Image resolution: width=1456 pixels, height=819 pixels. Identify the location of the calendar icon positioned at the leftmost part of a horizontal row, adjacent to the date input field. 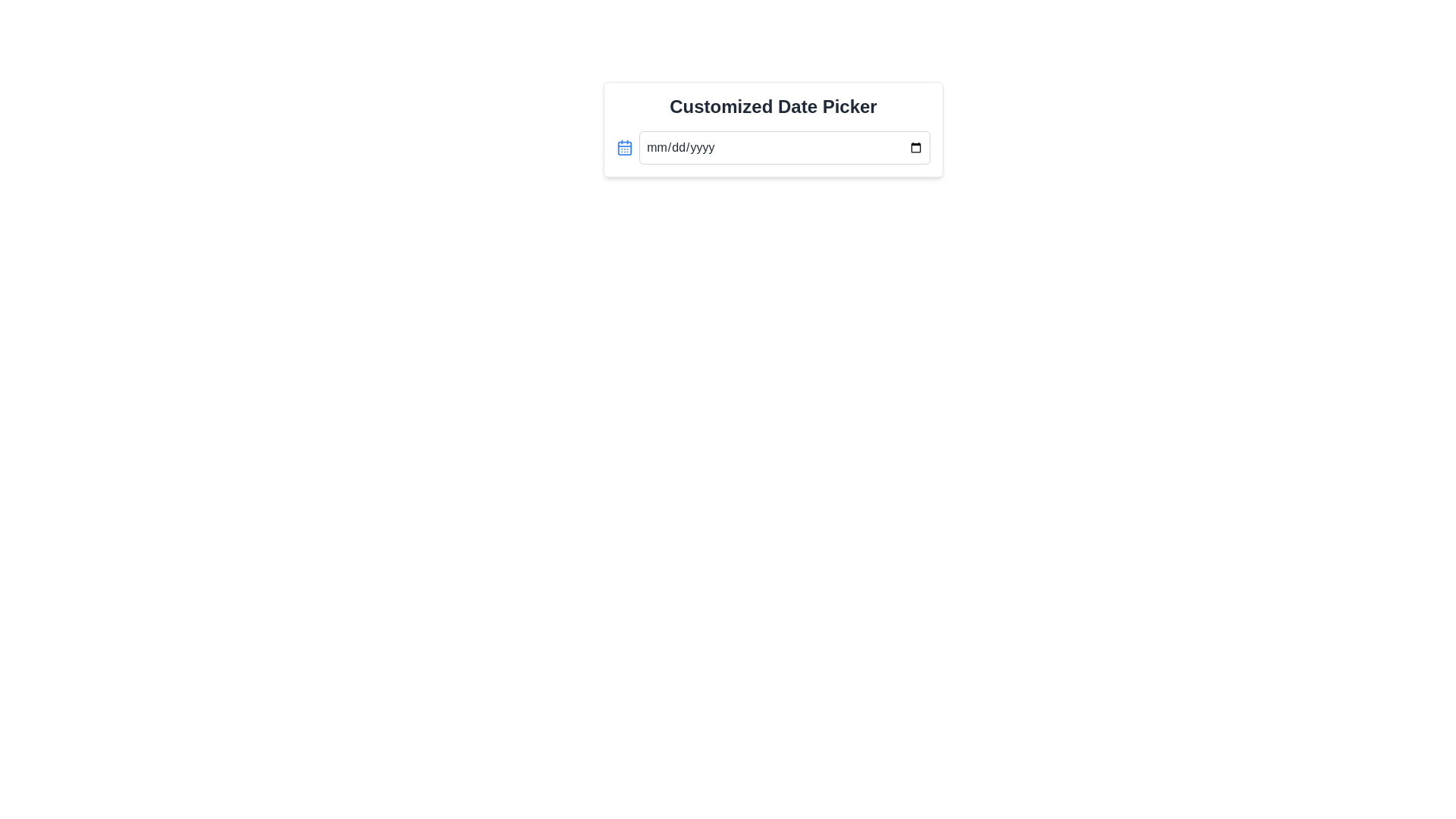
(625, 148).